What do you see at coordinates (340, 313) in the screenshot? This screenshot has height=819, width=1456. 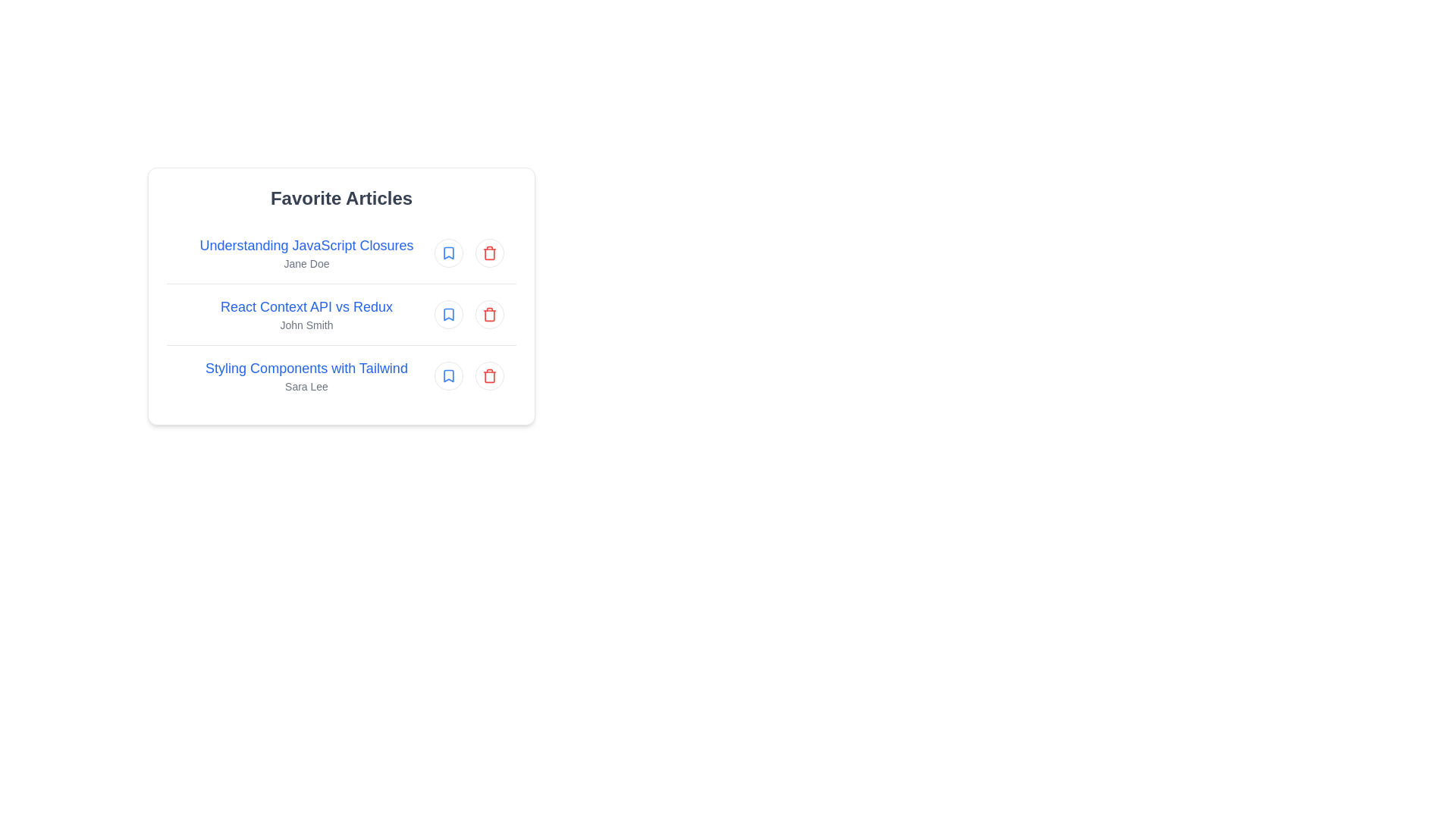 I see `the article entry titled 'React Context API vs Redux'` at bounding box center [340, 313].